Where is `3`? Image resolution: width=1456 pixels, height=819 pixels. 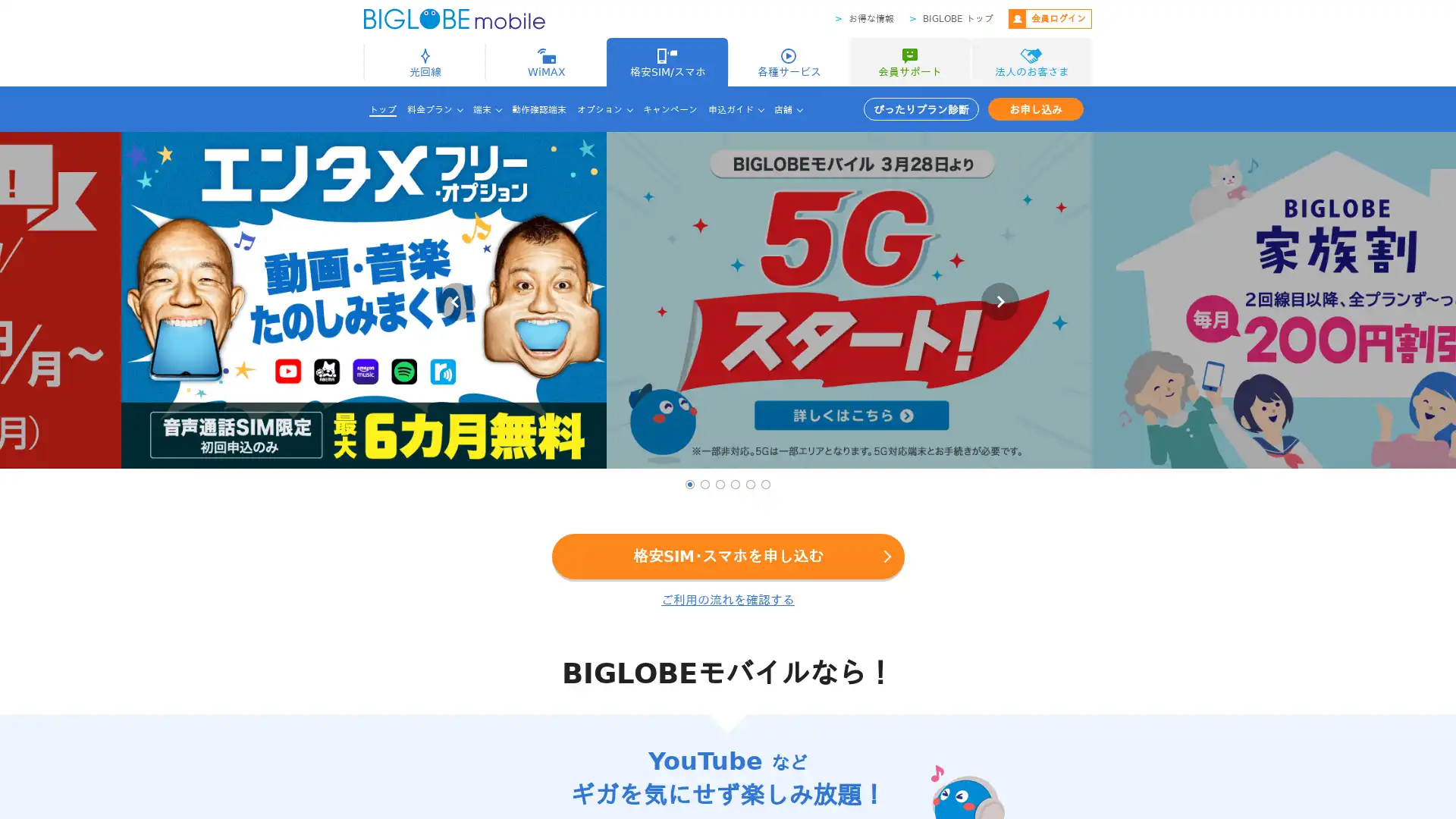 3 is located at coordinates (720, 485).